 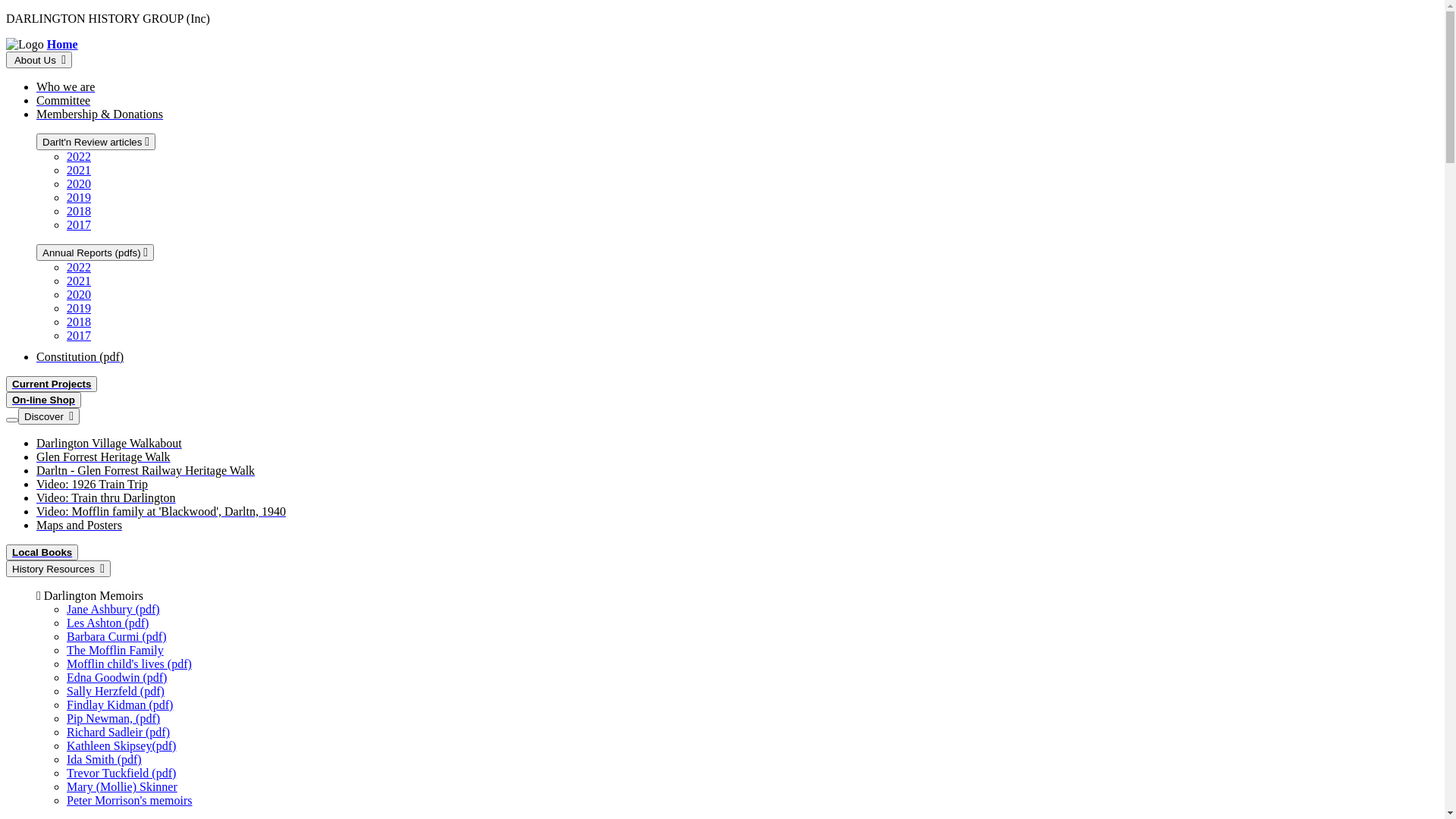 I want to click on 'Ida Smith (pdf)', so click(x=103, y=759).